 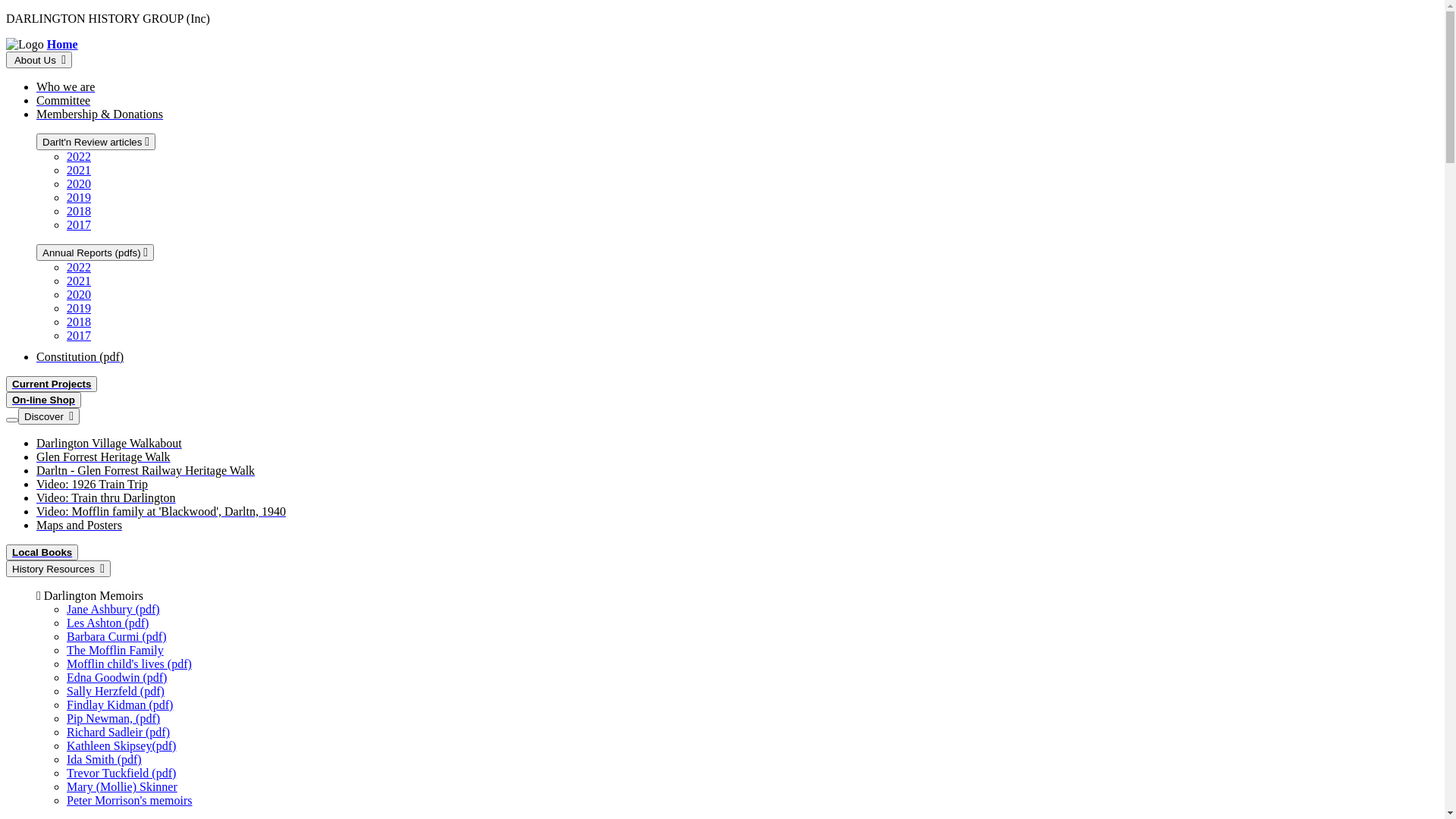 I want to click on 'Ida Smith (pdf)', so click(x=103, y=759).